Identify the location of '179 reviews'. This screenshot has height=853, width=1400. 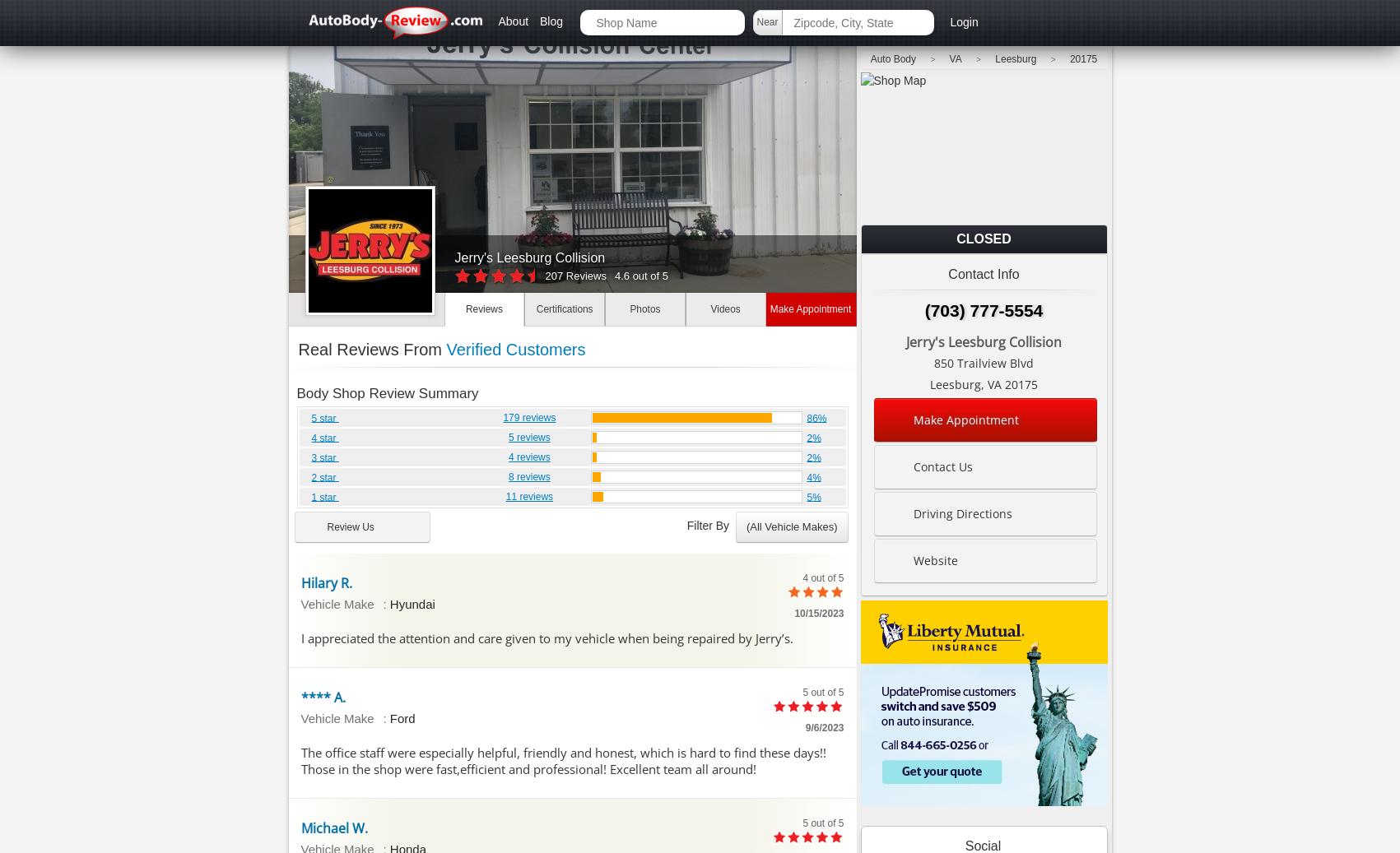
(528, 417).